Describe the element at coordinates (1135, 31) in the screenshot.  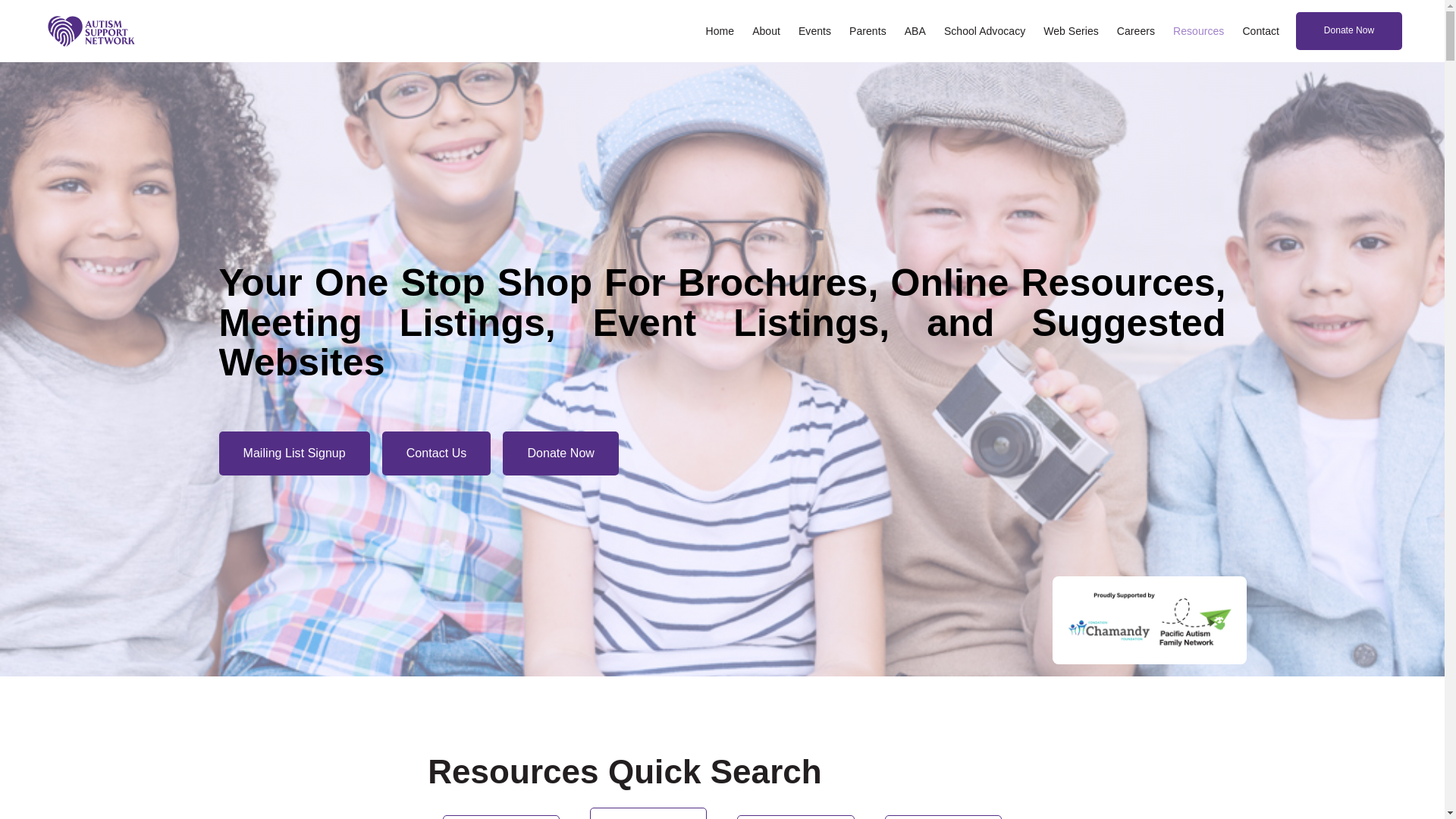
I see `'Careers'` at that location.